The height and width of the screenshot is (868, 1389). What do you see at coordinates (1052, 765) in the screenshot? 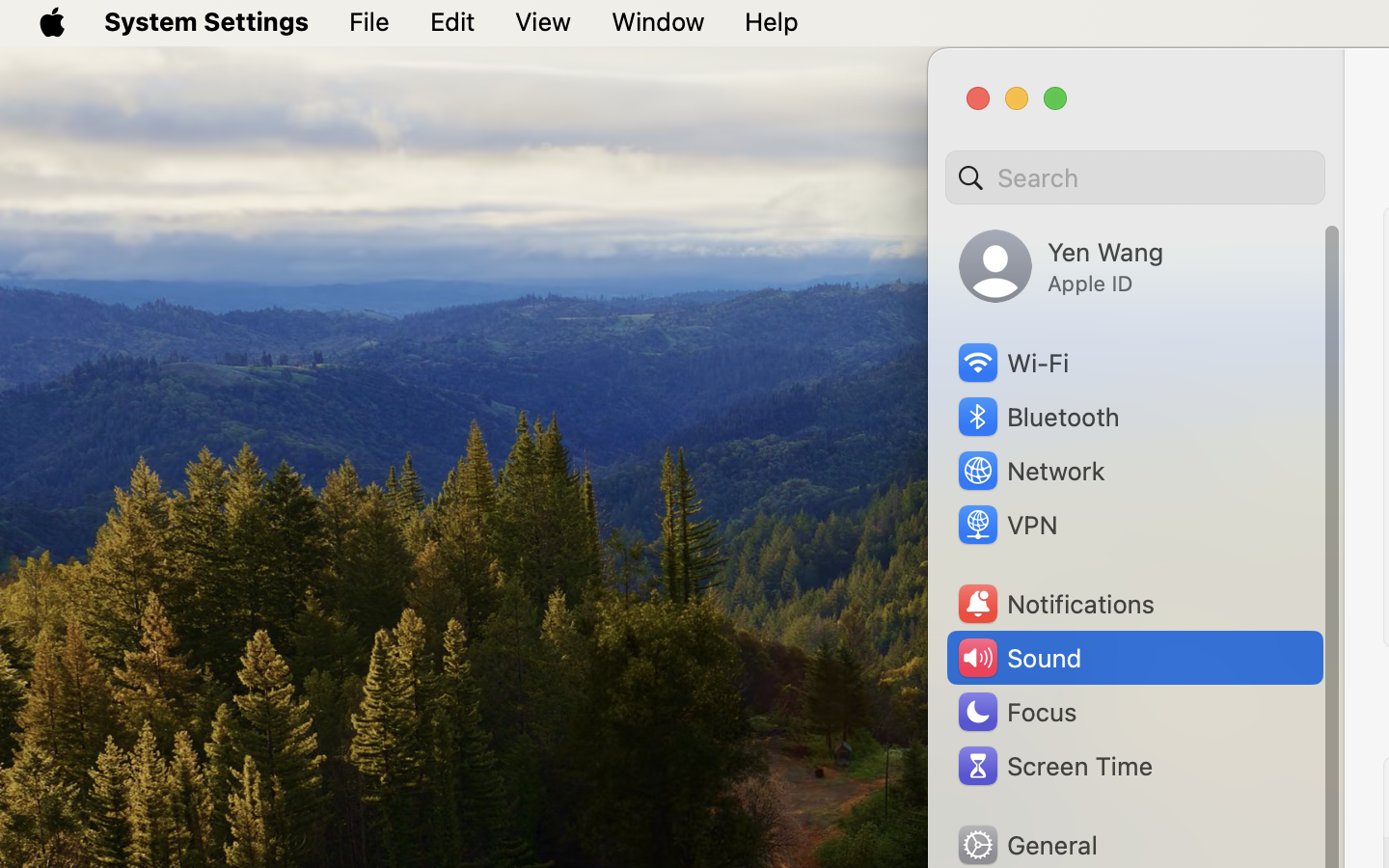
I see `'Screen Time'` at bounding box center [1052, 765].